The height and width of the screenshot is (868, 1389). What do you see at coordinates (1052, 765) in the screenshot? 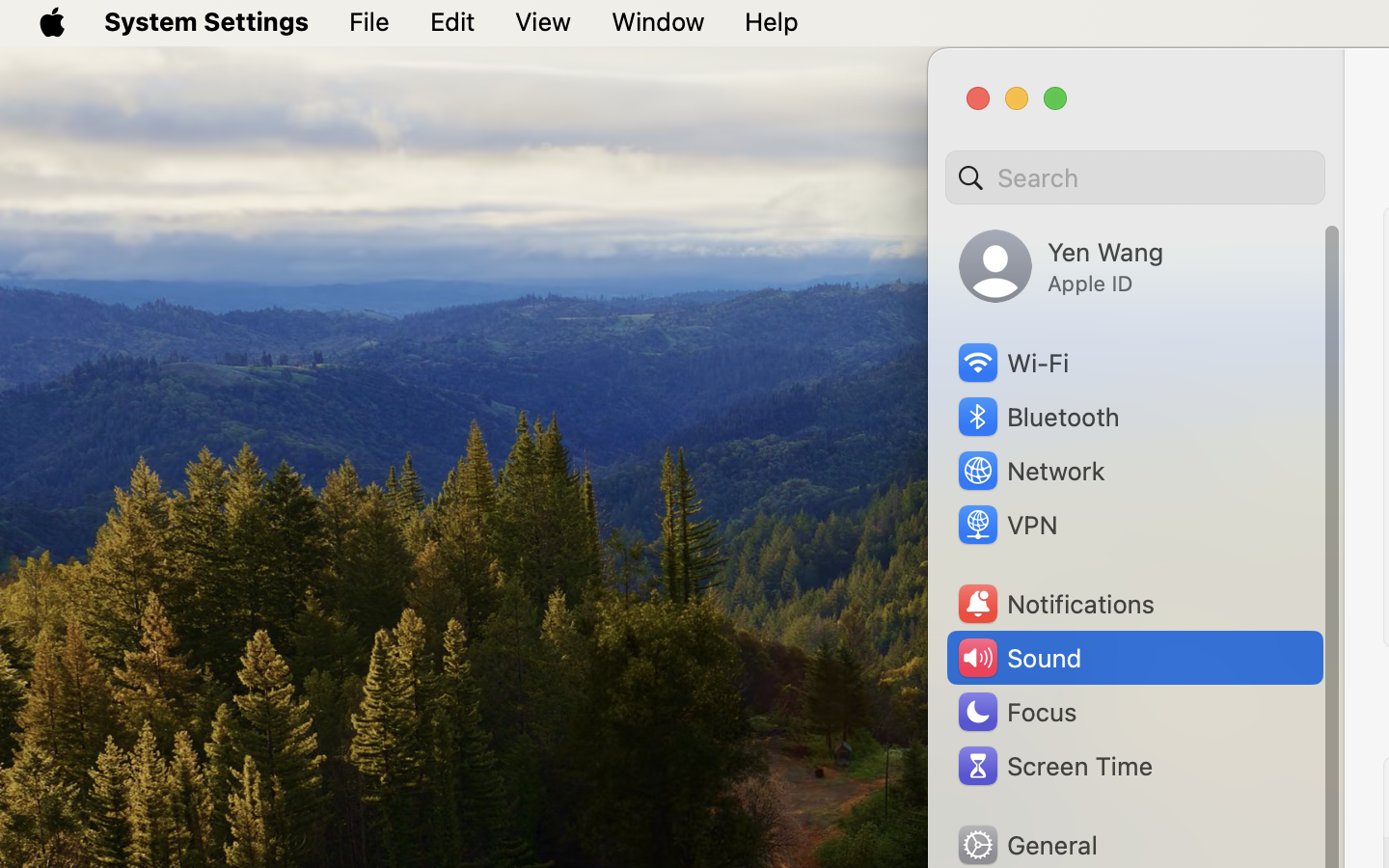
I see `'Screen Time'` at bounding box center [1052, 765].